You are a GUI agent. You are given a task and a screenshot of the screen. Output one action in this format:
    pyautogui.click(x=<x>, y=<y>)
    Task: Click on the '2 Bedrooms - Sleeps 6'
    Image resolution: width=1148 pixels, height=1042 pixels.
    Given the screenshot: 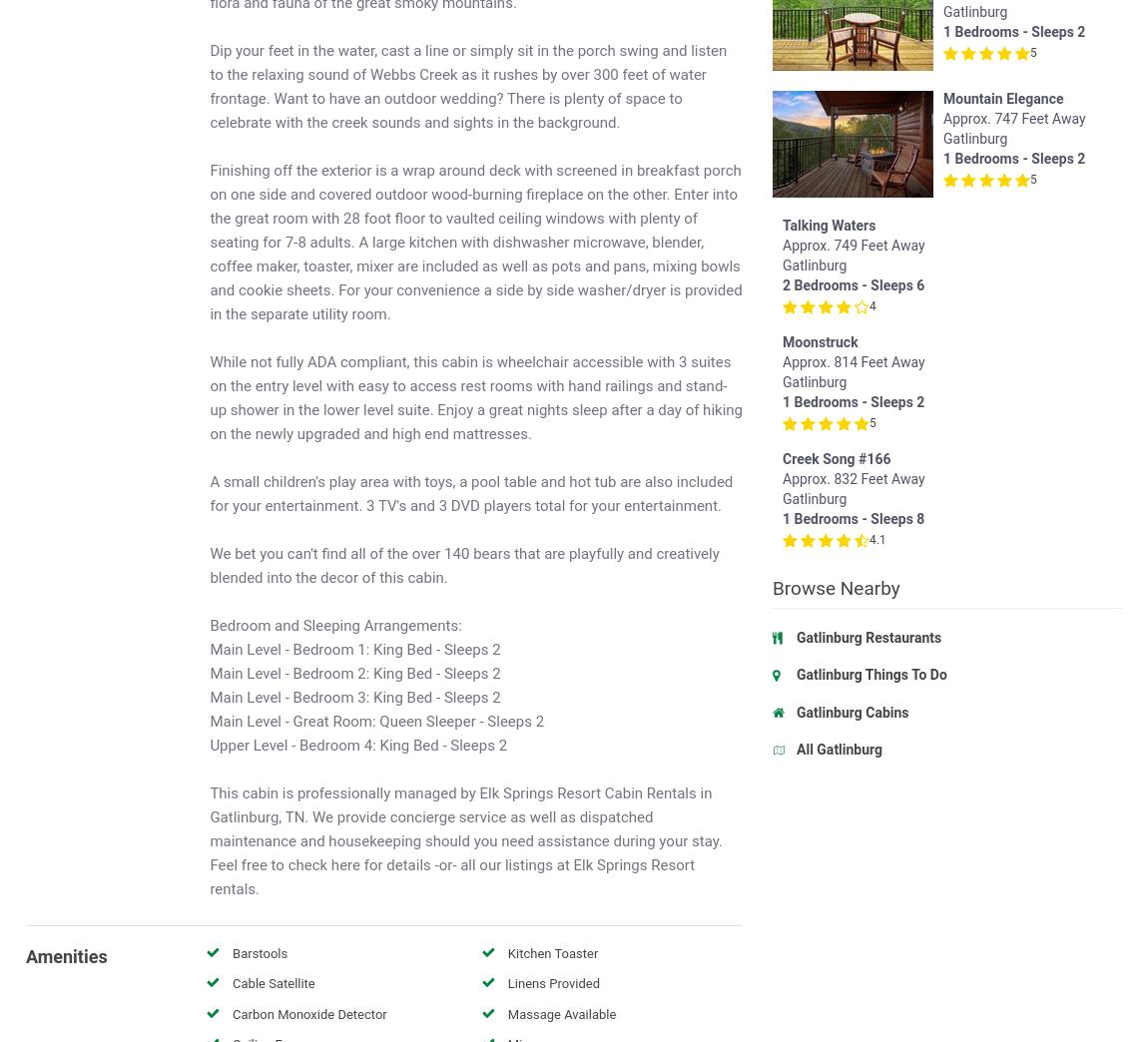 What is the action you would take?
    pyautogui.click(x=1014, y=283)
    